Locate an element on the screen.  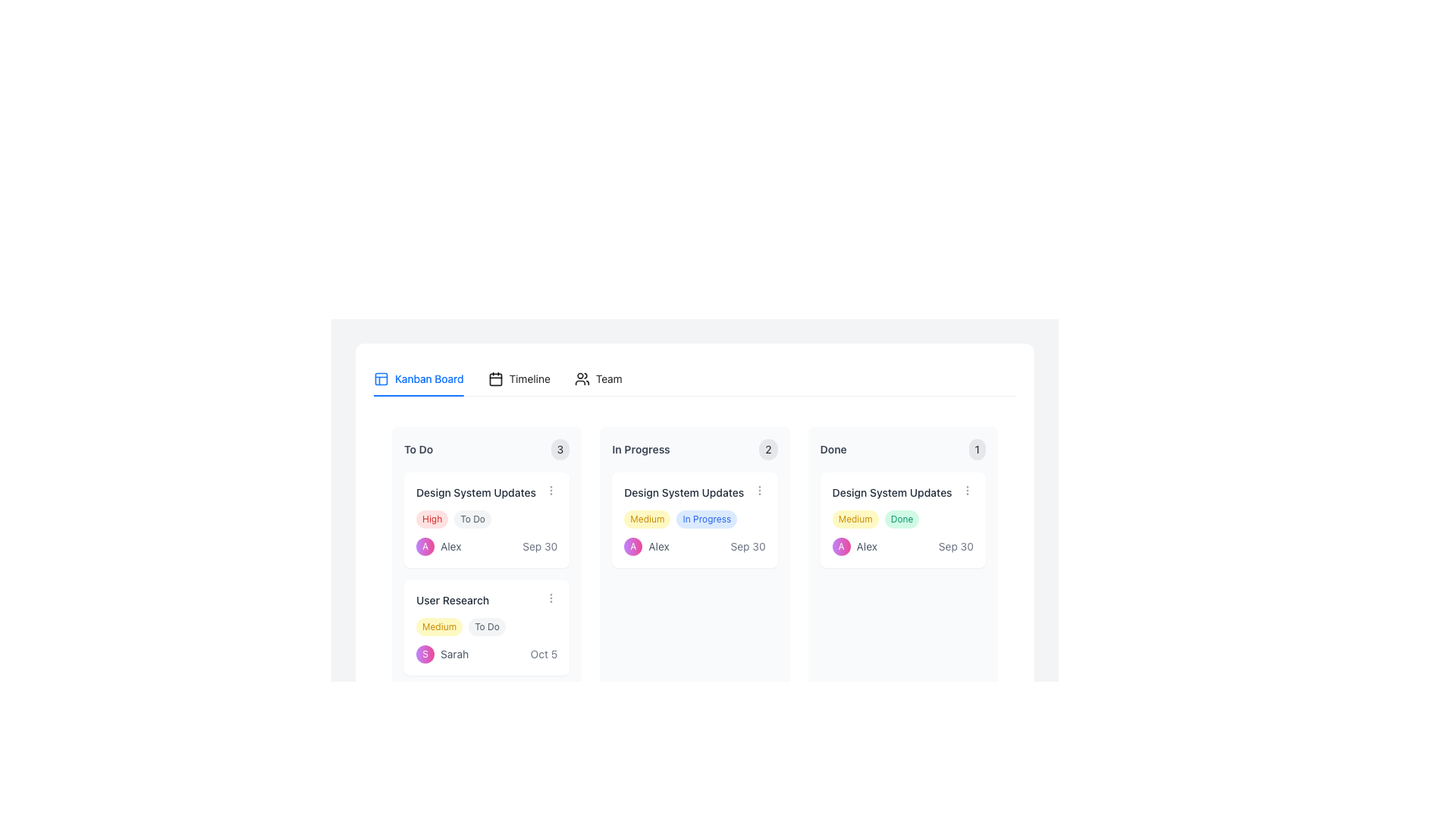
the text label that identifies a task in the 'To Do' column of the Kanban board is located at coordinates (475, 493).